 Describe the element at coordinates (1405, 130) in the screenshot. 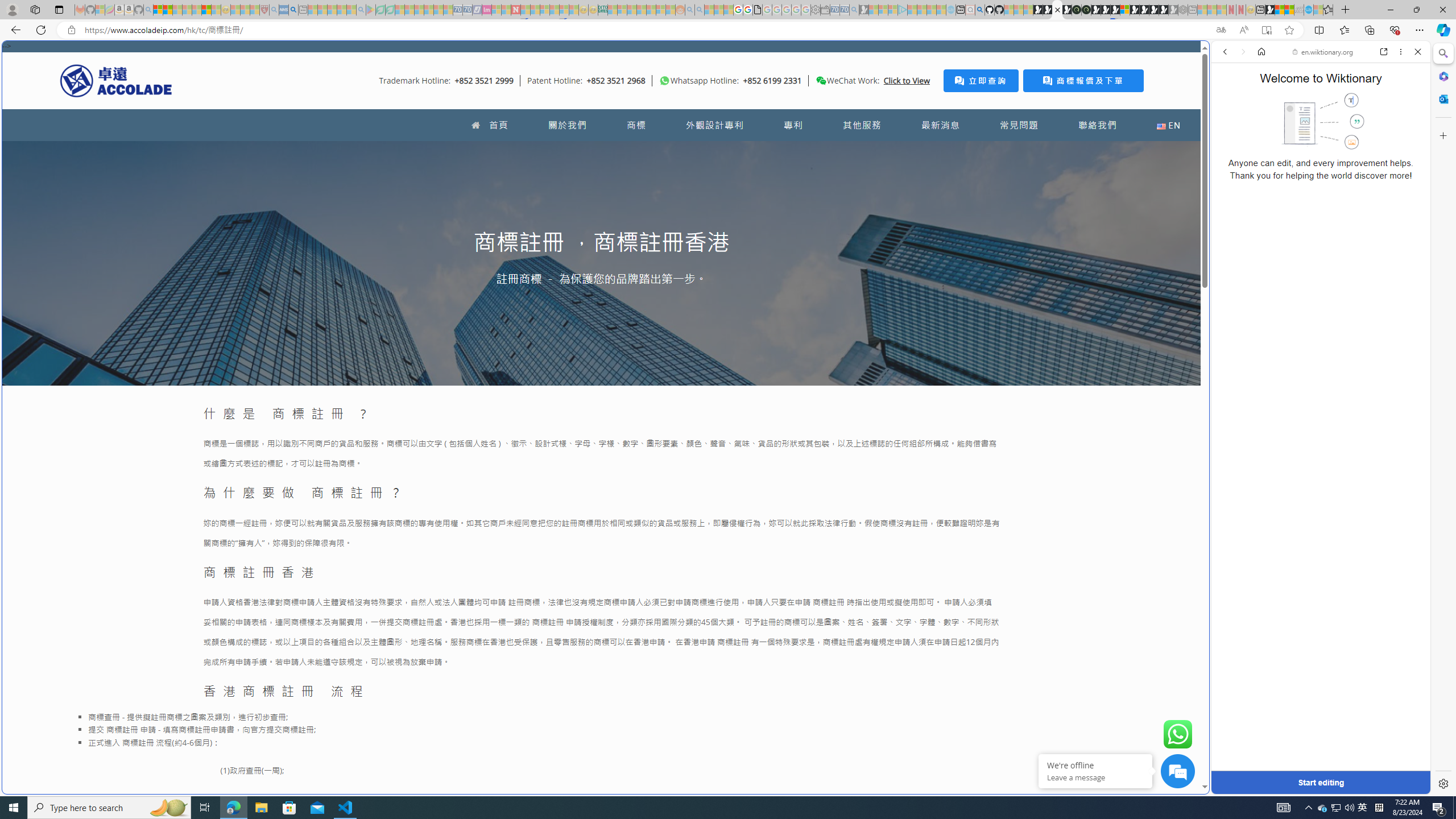

I see `'Class: b_serphb'` at that location.